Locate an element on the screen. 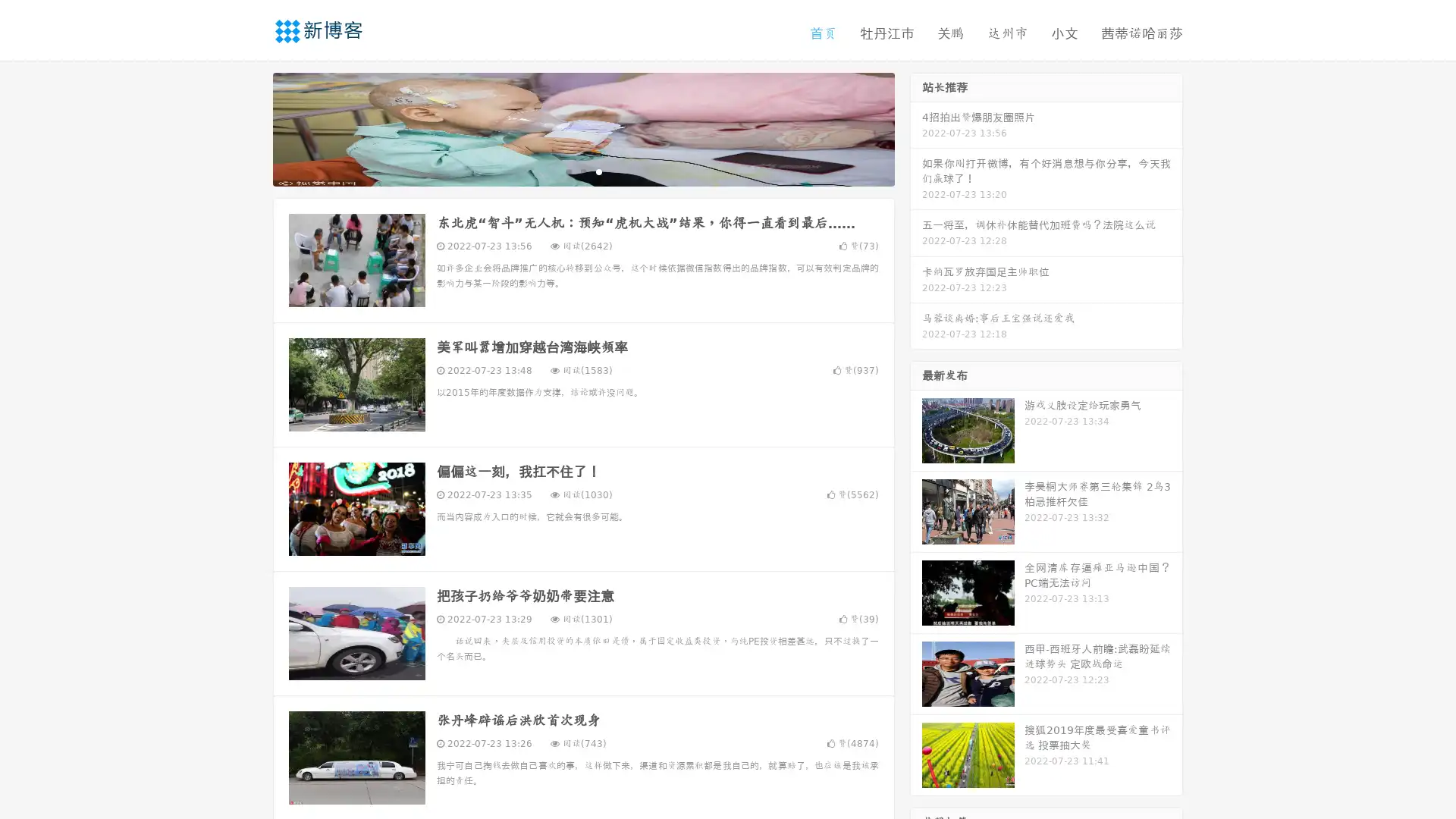 Image resolution: width=1456 pixels, height=819 pixels. Go to slide 1 is located at coordinates (567, 171).